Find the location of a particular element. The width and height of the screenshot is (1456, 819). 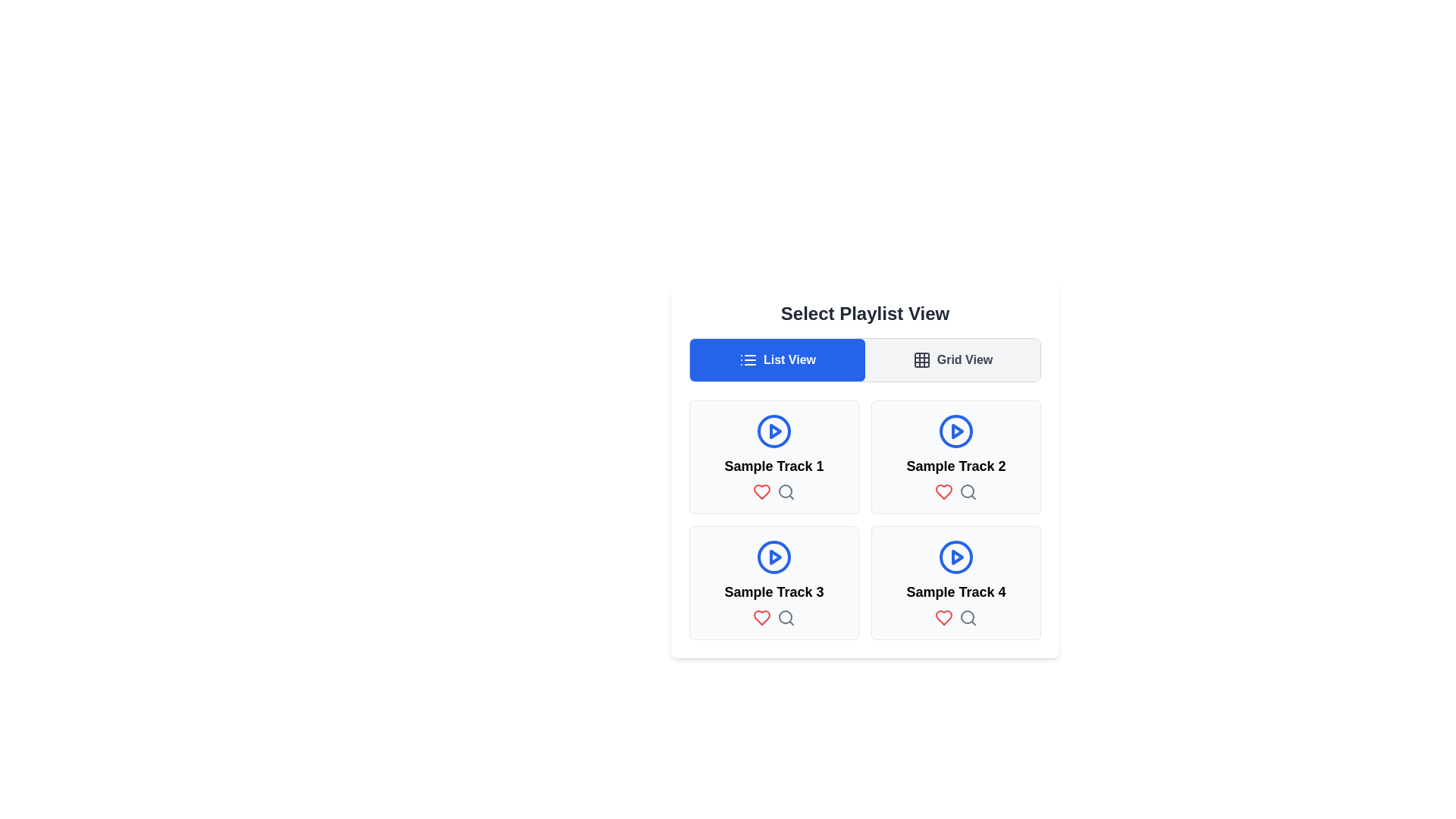

the 'Grid View' label, which is the second item in the horizontal selection bar for changing the playlist view is located at coordinates (964, 359).